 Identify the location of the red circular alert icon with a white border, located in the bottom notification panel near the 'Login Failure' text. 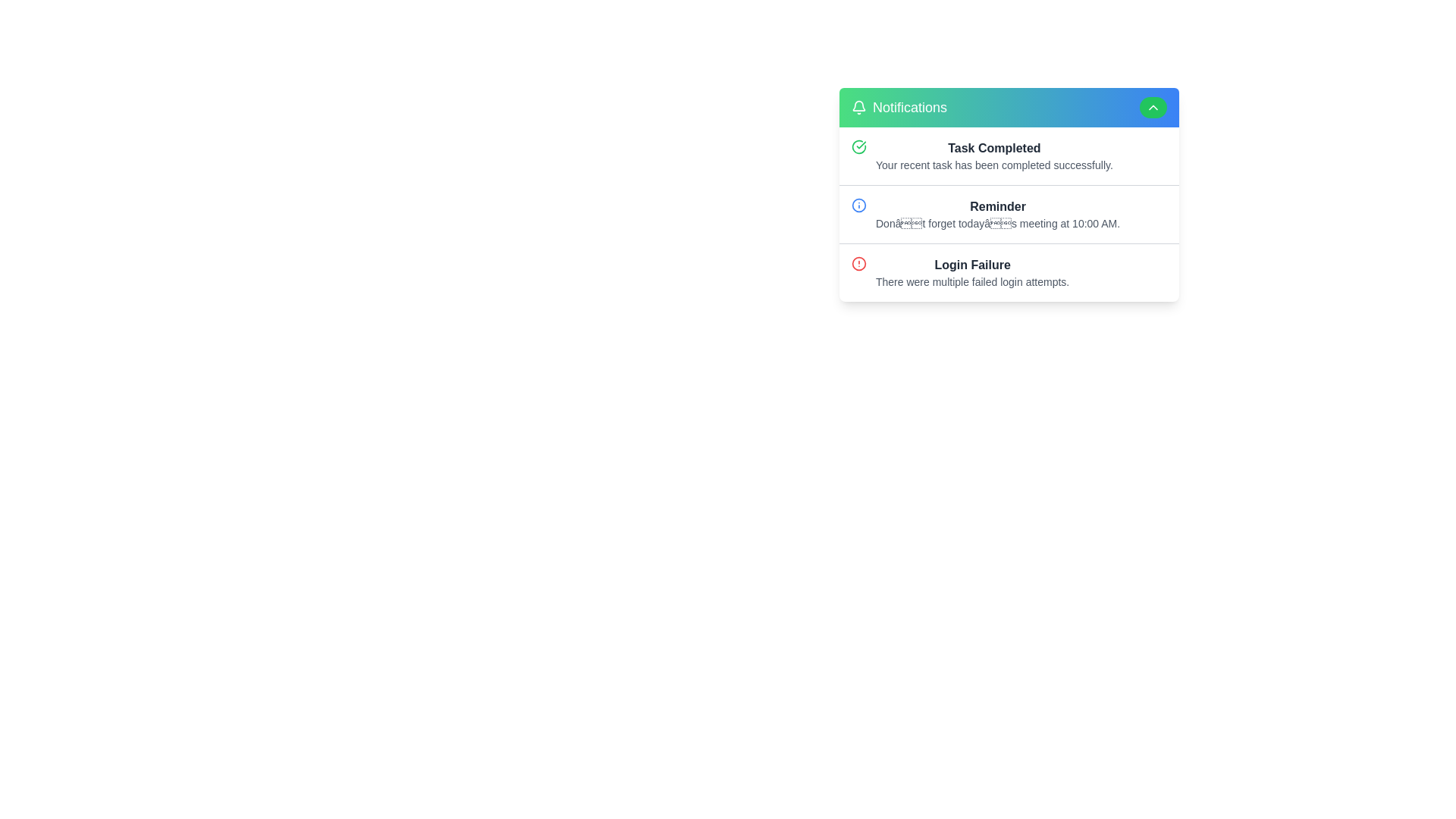
(858, 262).